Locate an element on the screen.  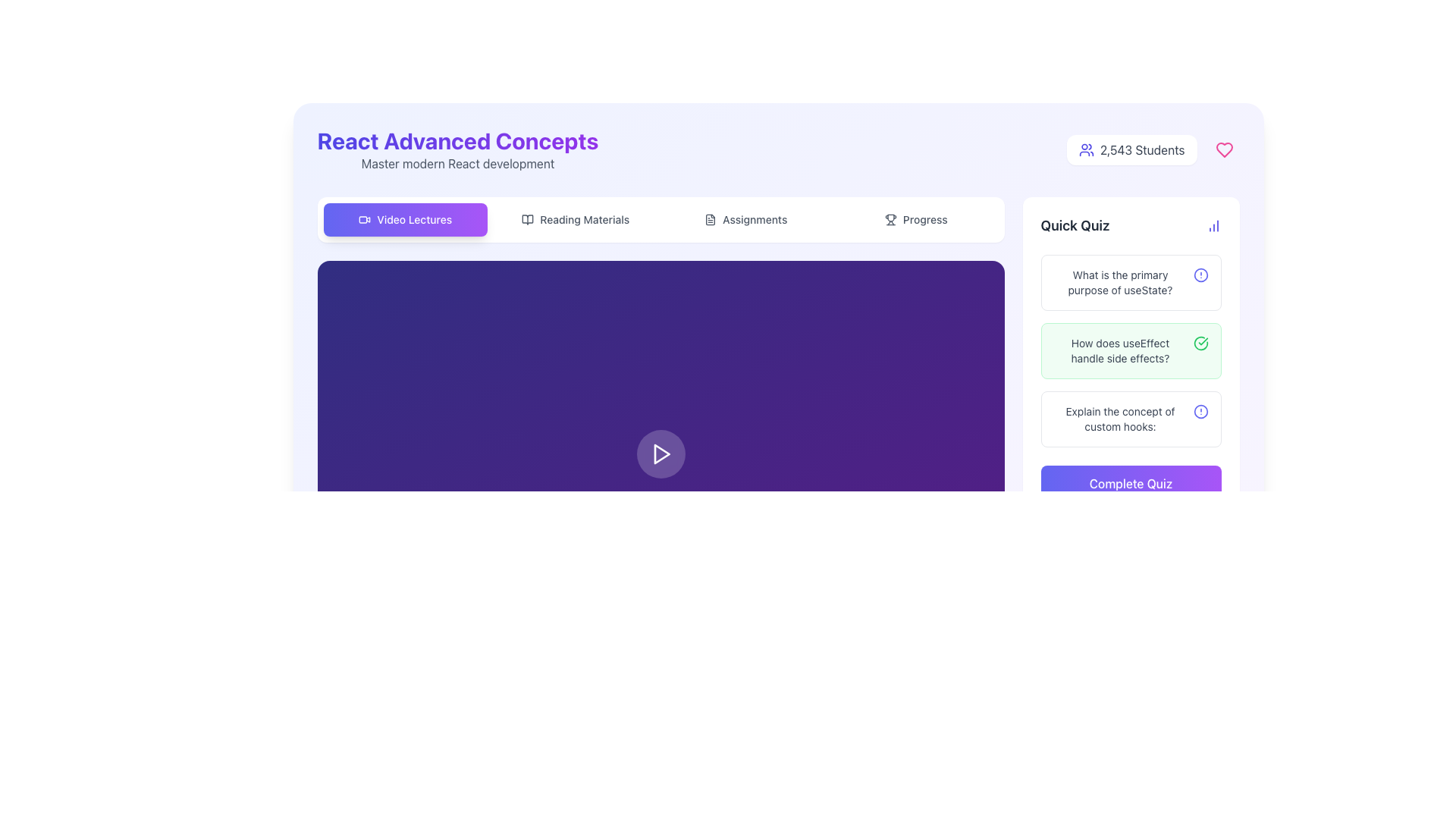
the alert circle icon located near the right edge of the 'Quick Quiz' panel, directly to the right of the question text 'What is the primary purpose of useState?' is located at coordinates (1200, 275).